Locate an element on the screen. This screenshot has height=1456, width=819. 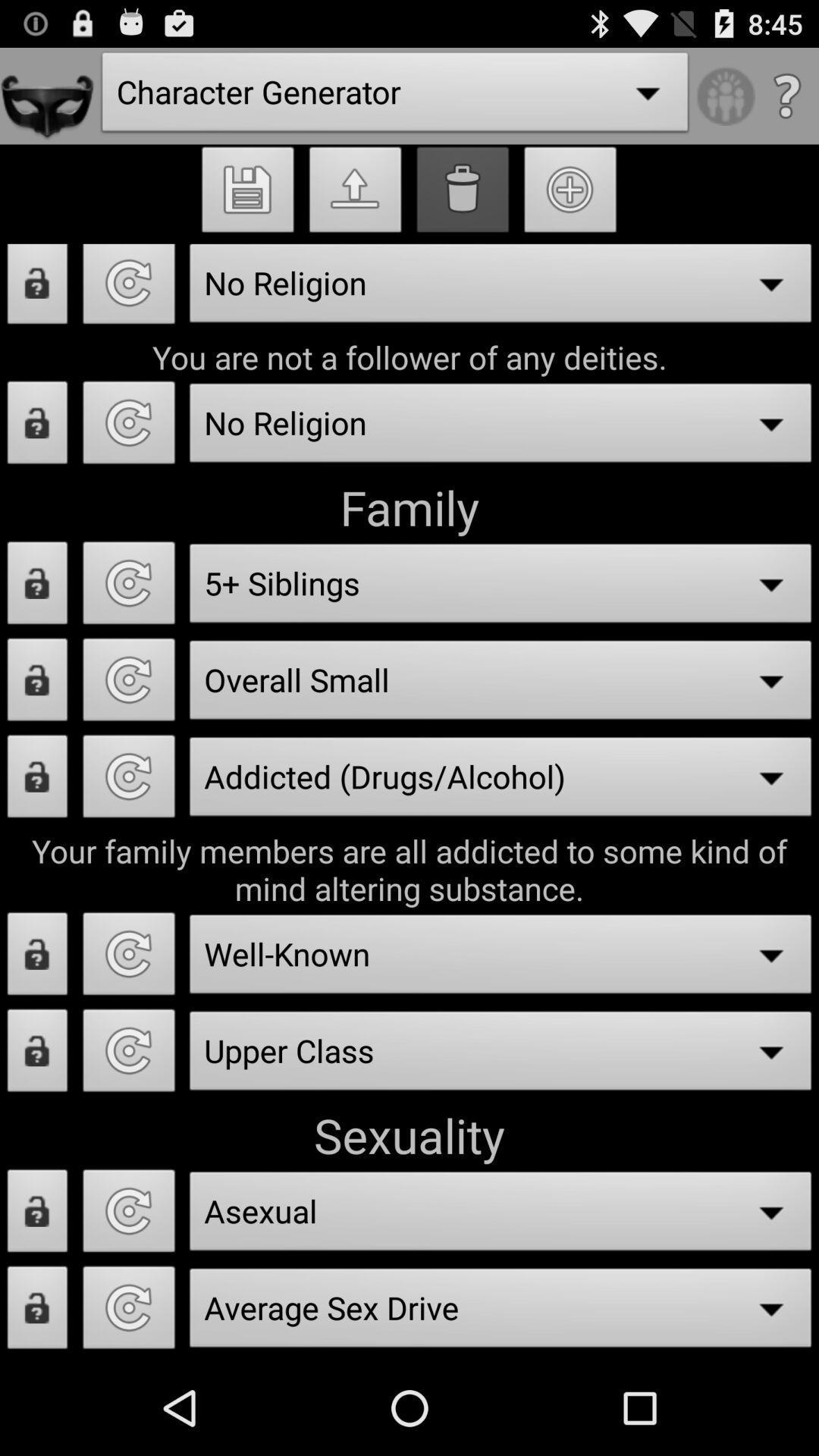
the lock icon is located at coordinates (36, 835).